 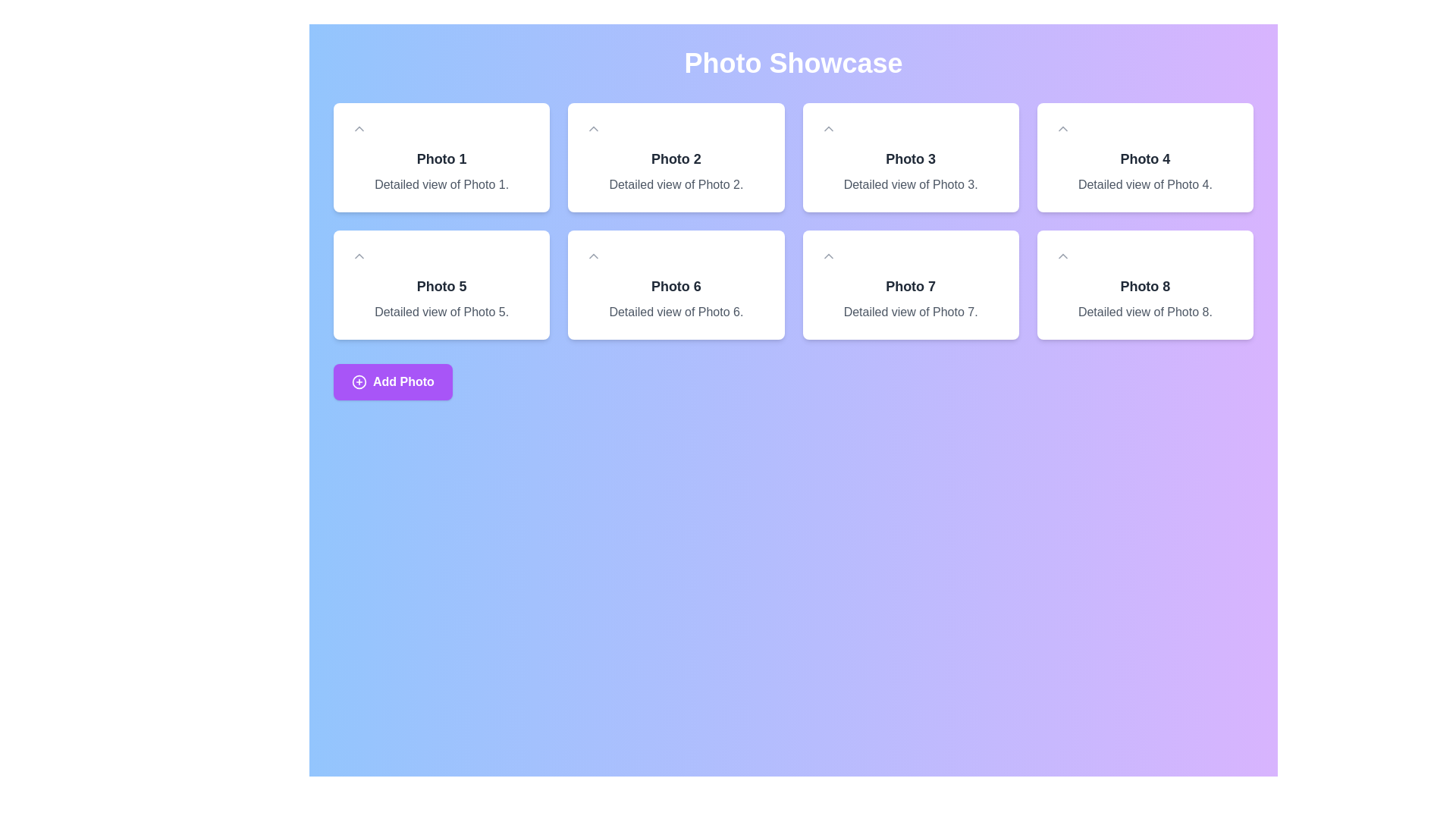 What do you see at coordinates (593, 256) in the screenshot?
I see `the interactive control icon located in the top-left area of the card labeled 'Photo 6'` at bounding box center [593, 256].